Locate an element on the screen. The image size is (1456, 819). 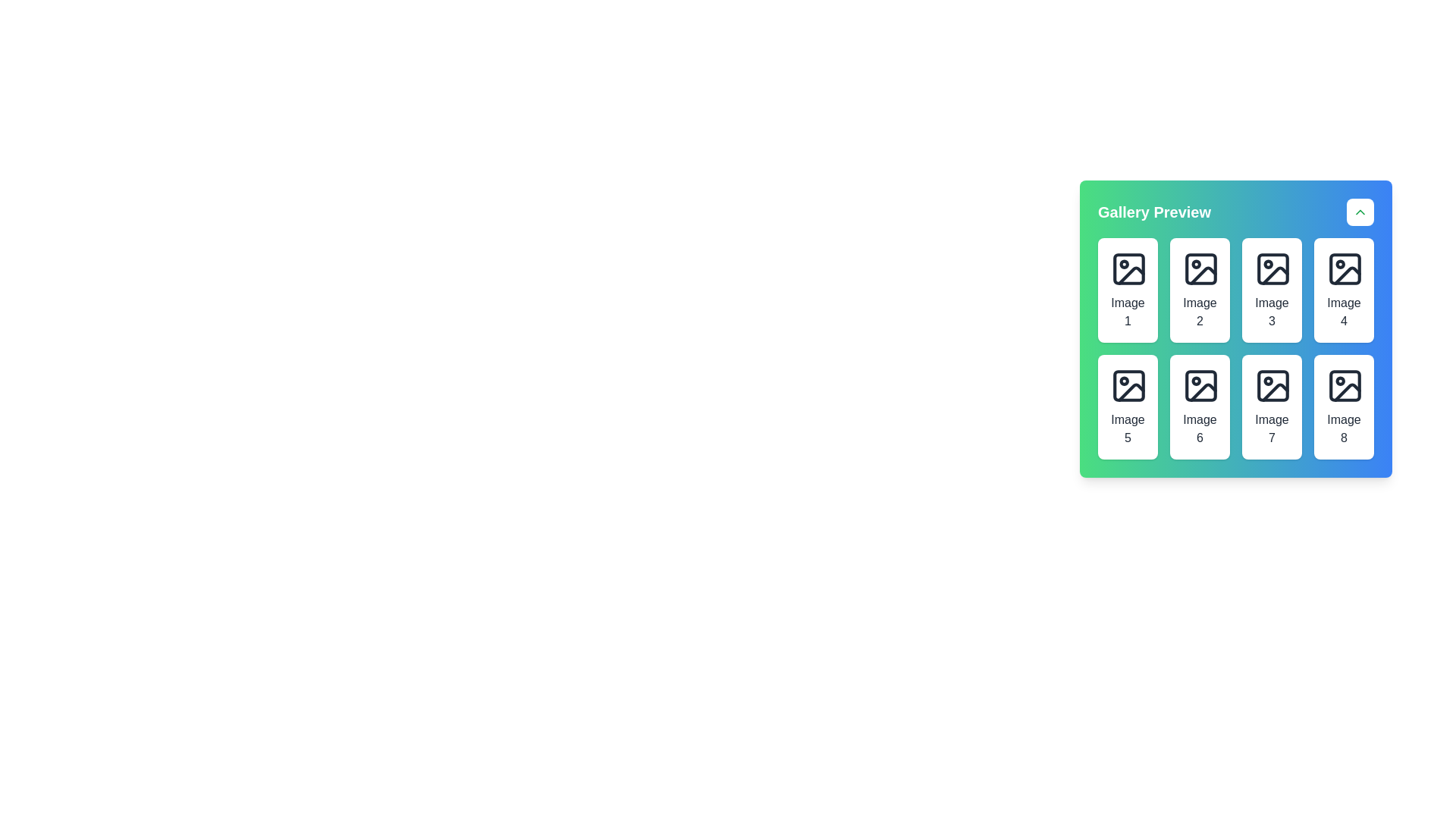
the graphical icon component that serves as an image placeholder in the gallery preview section, located at the top-left corner of the grid layout is located at coordinates (1128, 268).